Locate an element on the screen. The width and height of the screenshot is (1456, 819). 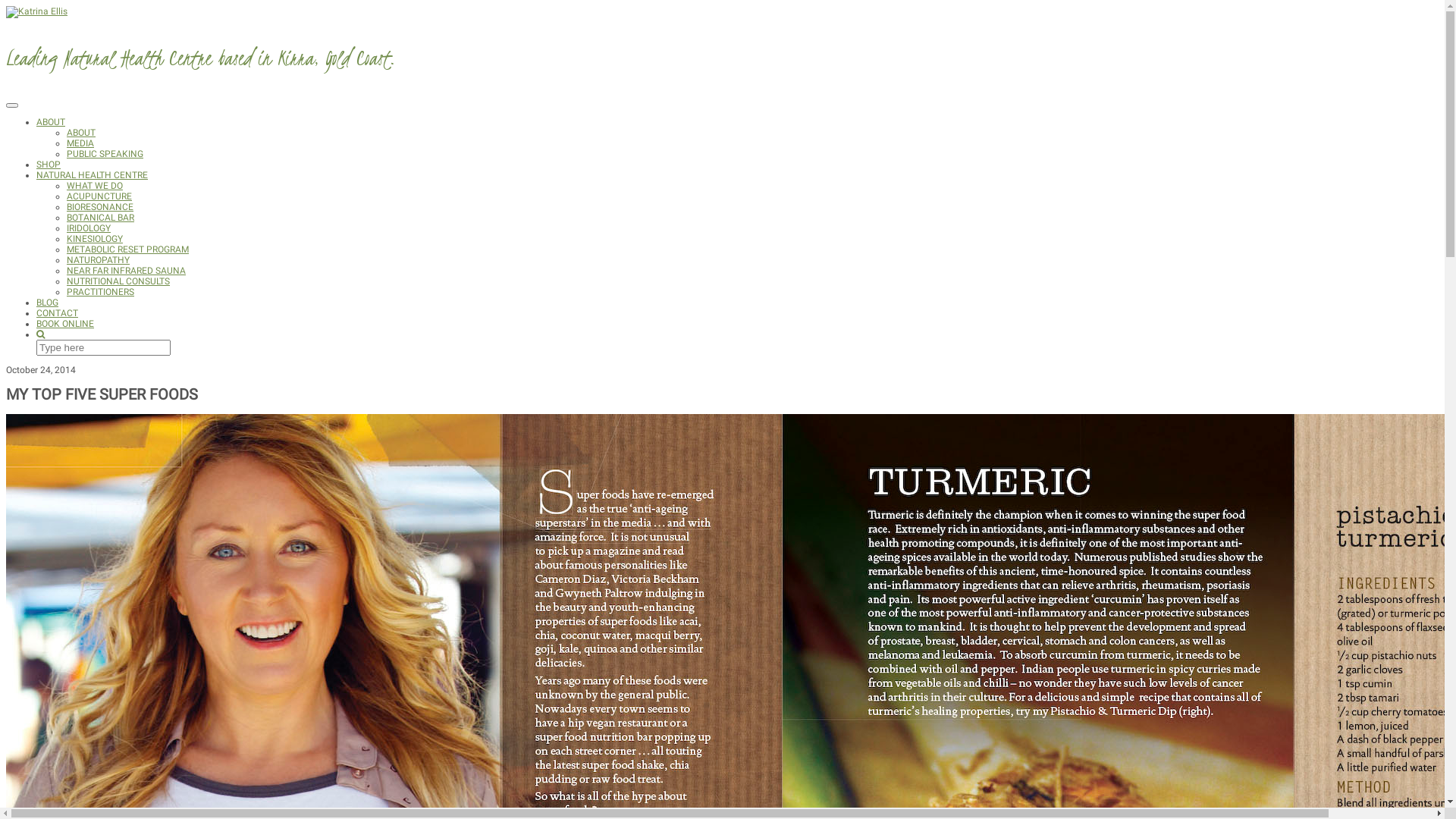
'NEAR FAR INFRARED SAUNA' is located at coordinates (65, 270).